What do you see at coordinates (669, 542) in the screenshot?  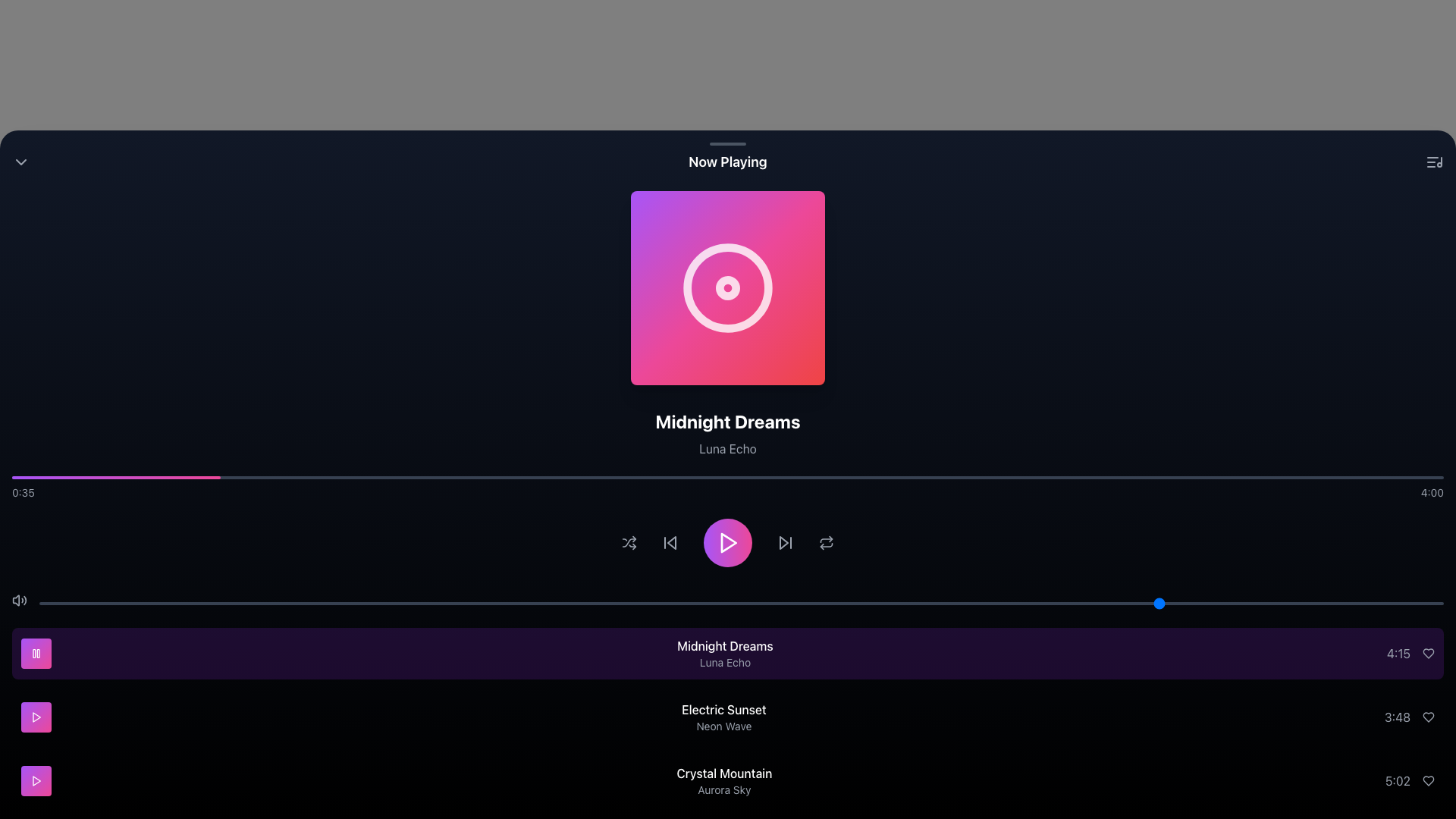 I see `the small gray backward skip button located just to the left of the central play button in the media control interface` at bounding box center [669, 542].